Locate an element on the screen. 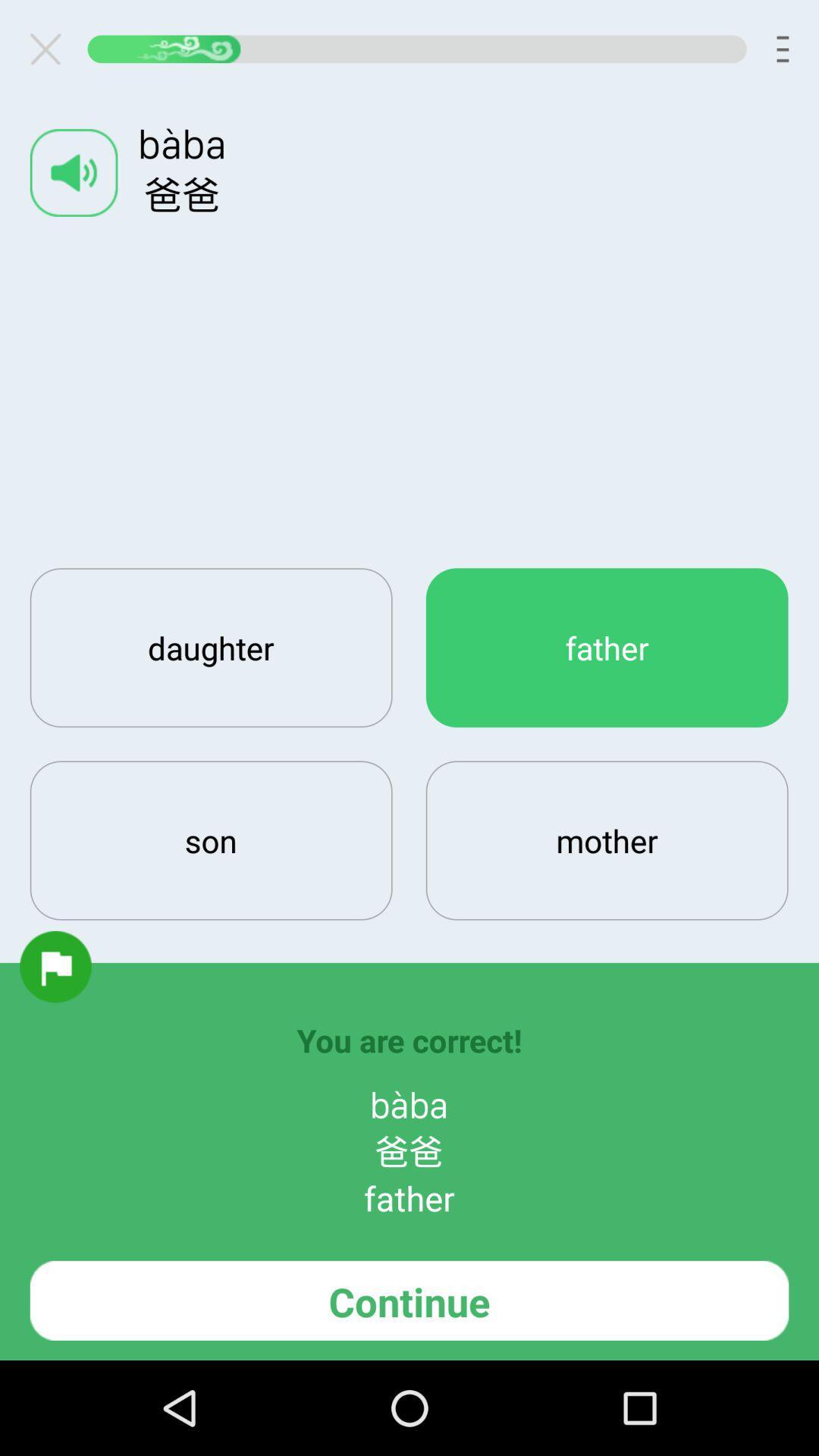  to close the page is located at coordinates (51, 49).